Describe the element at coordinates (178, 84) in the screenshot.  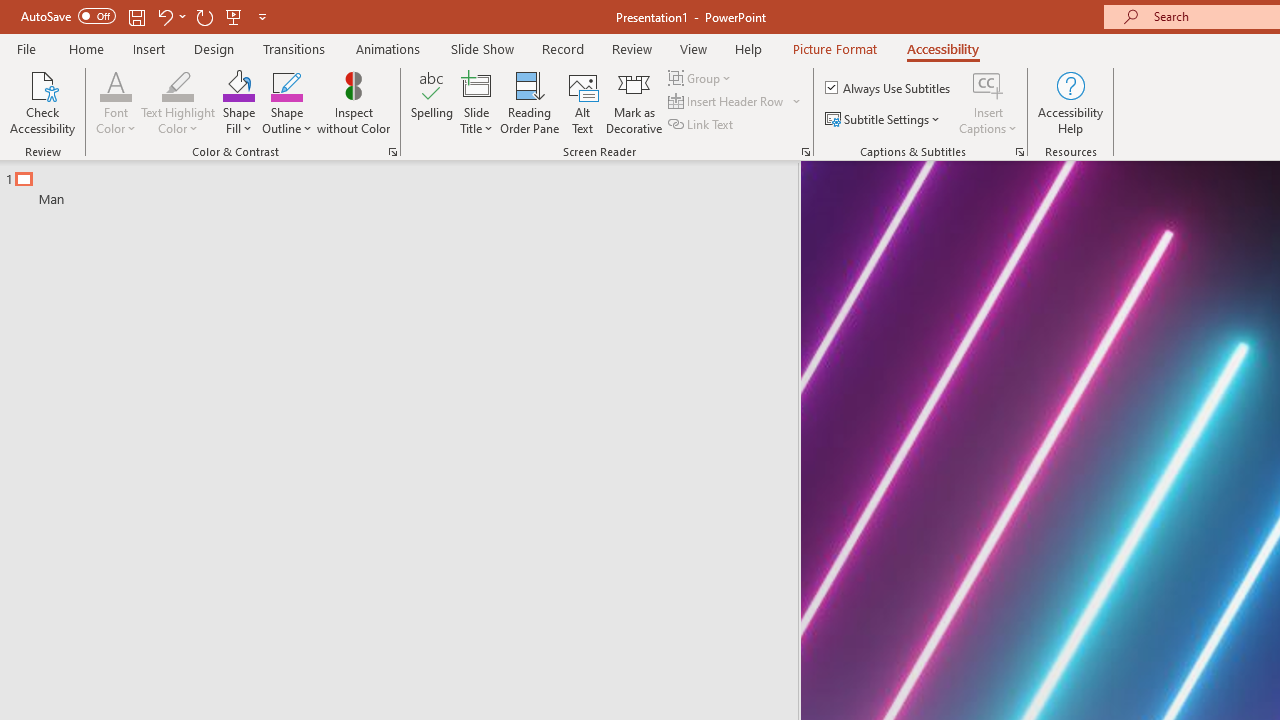
I see `'Text Highlight Color'` at that location.